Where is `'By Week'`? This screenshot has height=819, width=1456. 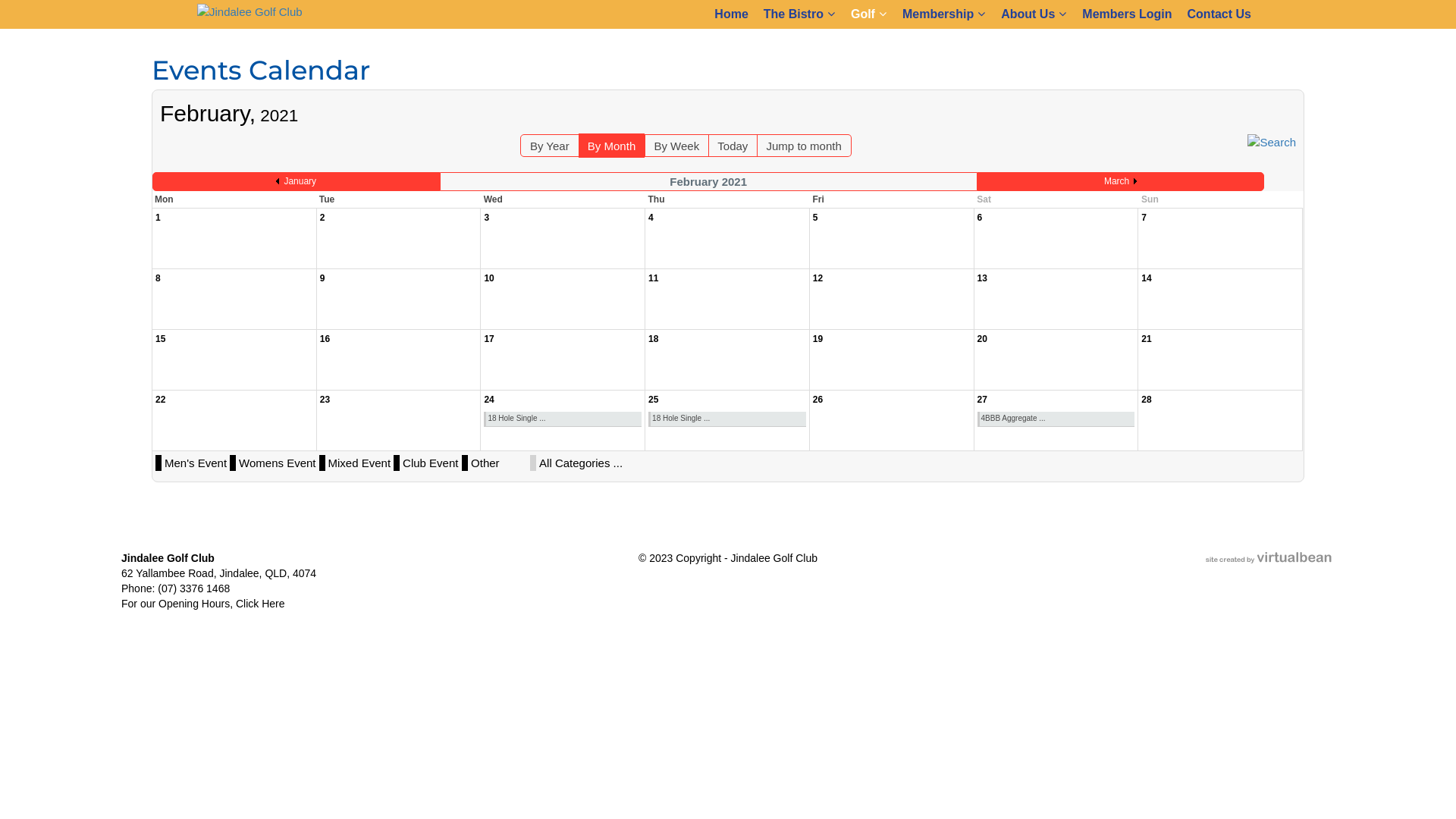
'By Week' is located at coordinates (676, 146).